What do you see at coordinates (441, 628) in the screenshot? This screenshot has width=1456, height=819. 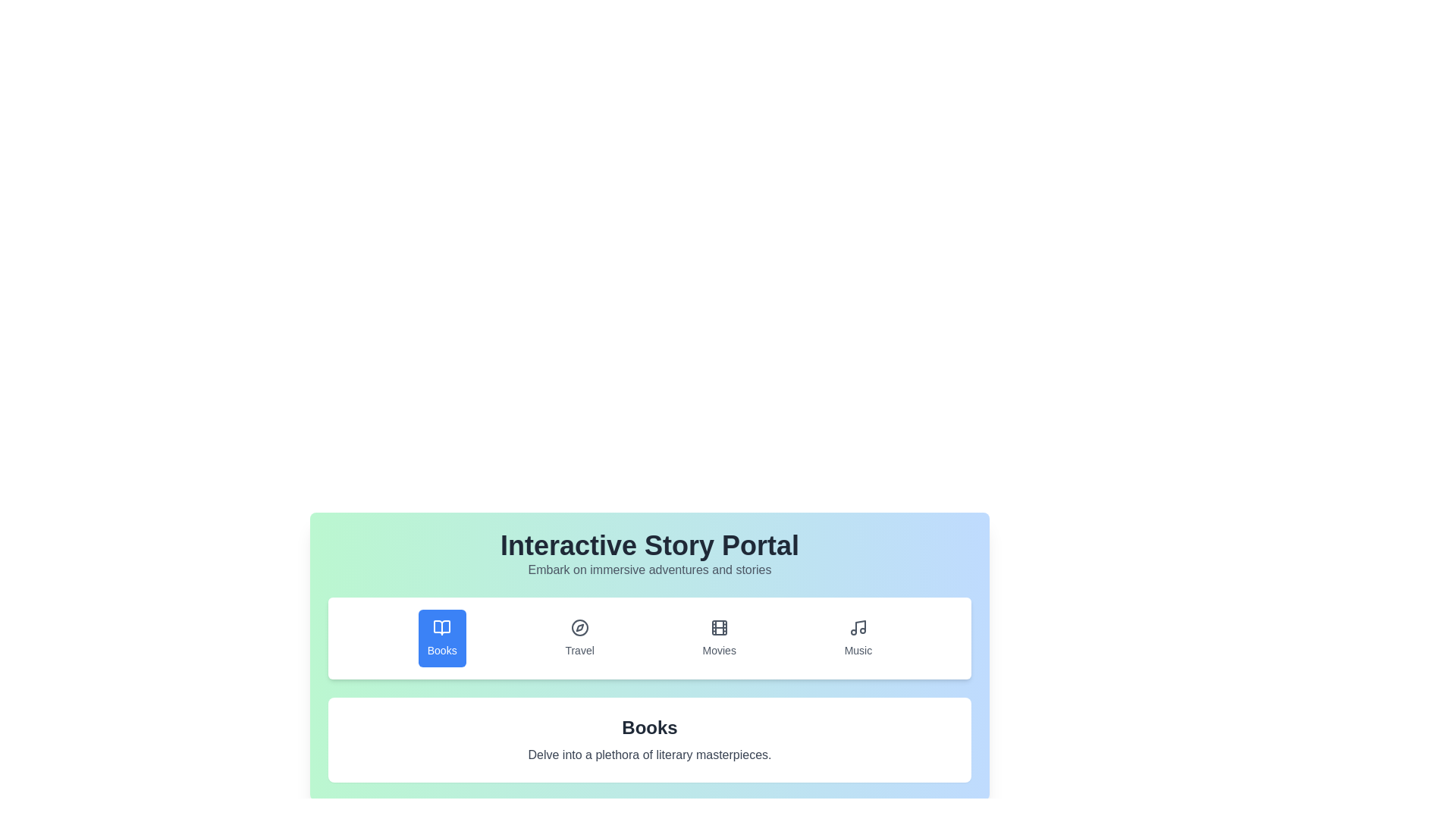 I see `the 'Books' icon, which is a visual representation for the navigation option` at bounding box center [441, 628].